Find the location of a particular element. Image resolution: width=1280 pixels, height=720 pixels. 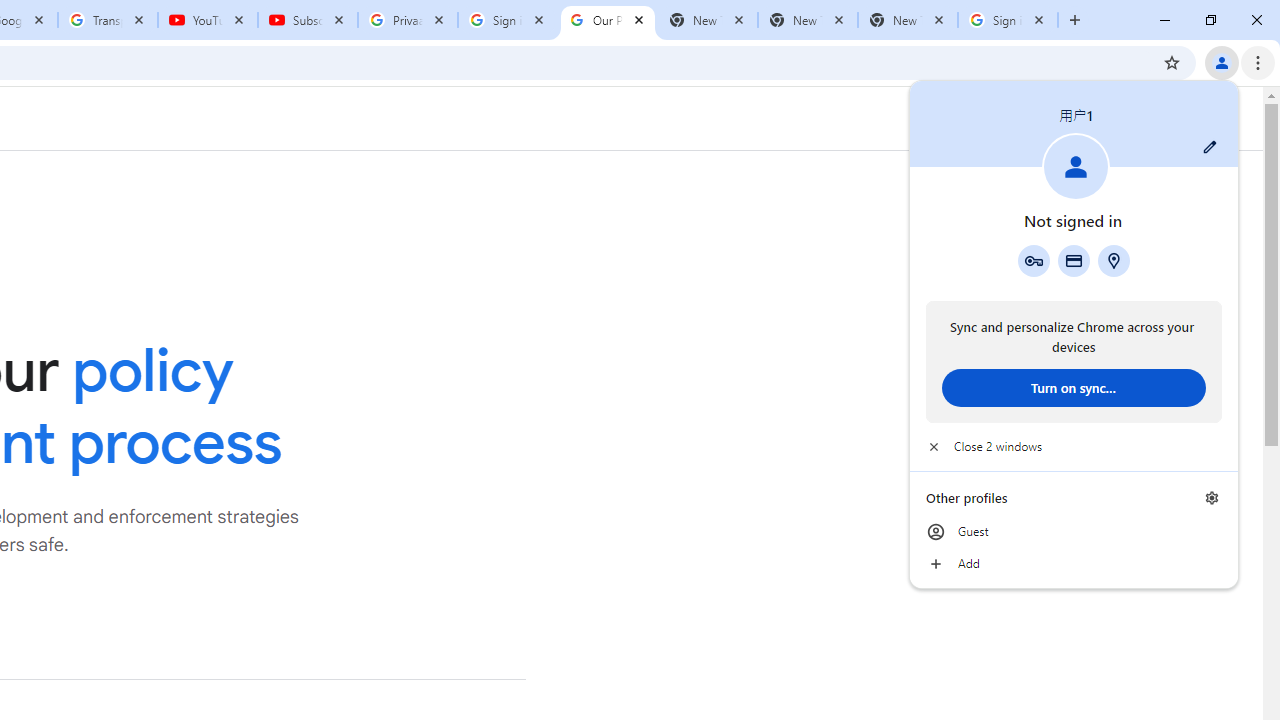

'Manage profiles' is located at coordinates (1211, 497).